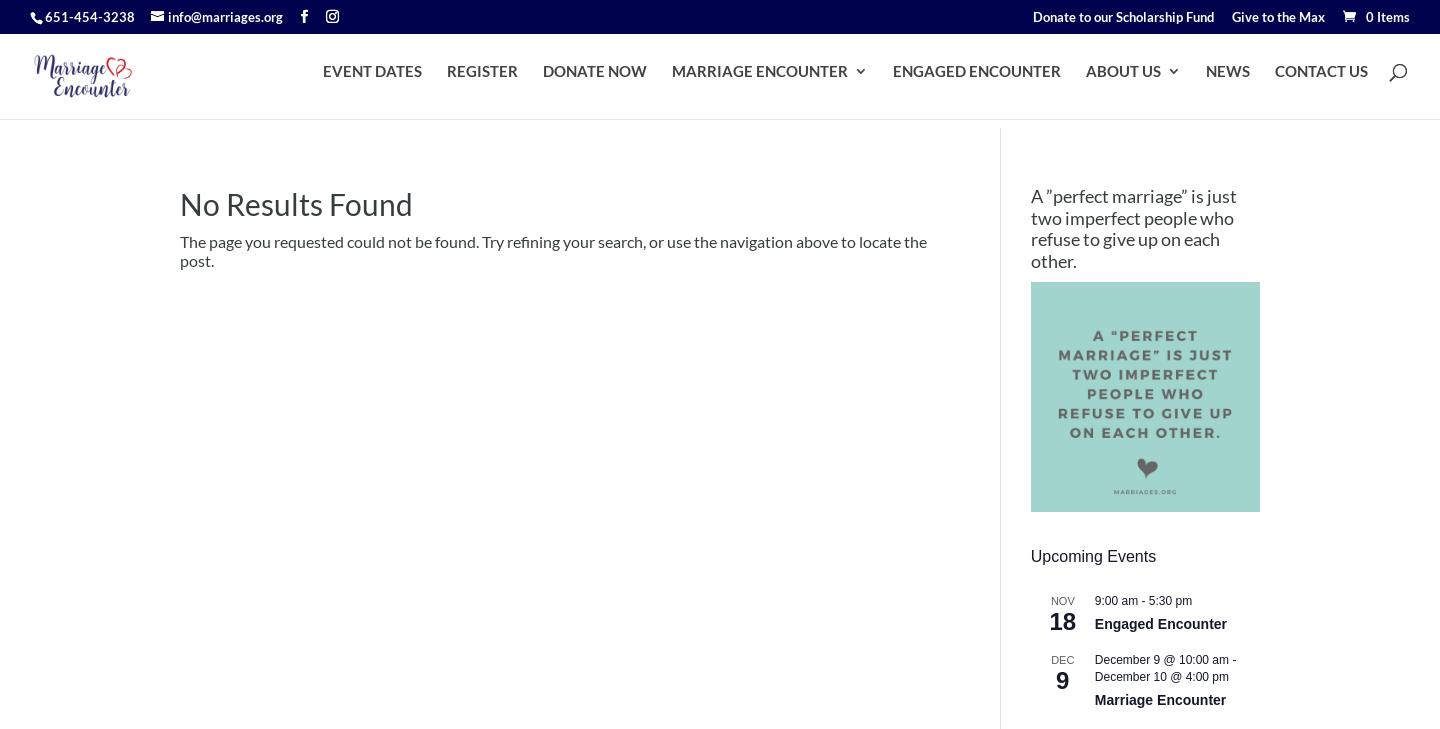 The width and height of the screenshot is (1440, 729). Describe the element at coordinates (1161, 659) in the screenshot. I see `'December 9 @ 10:00 am'` at that location.